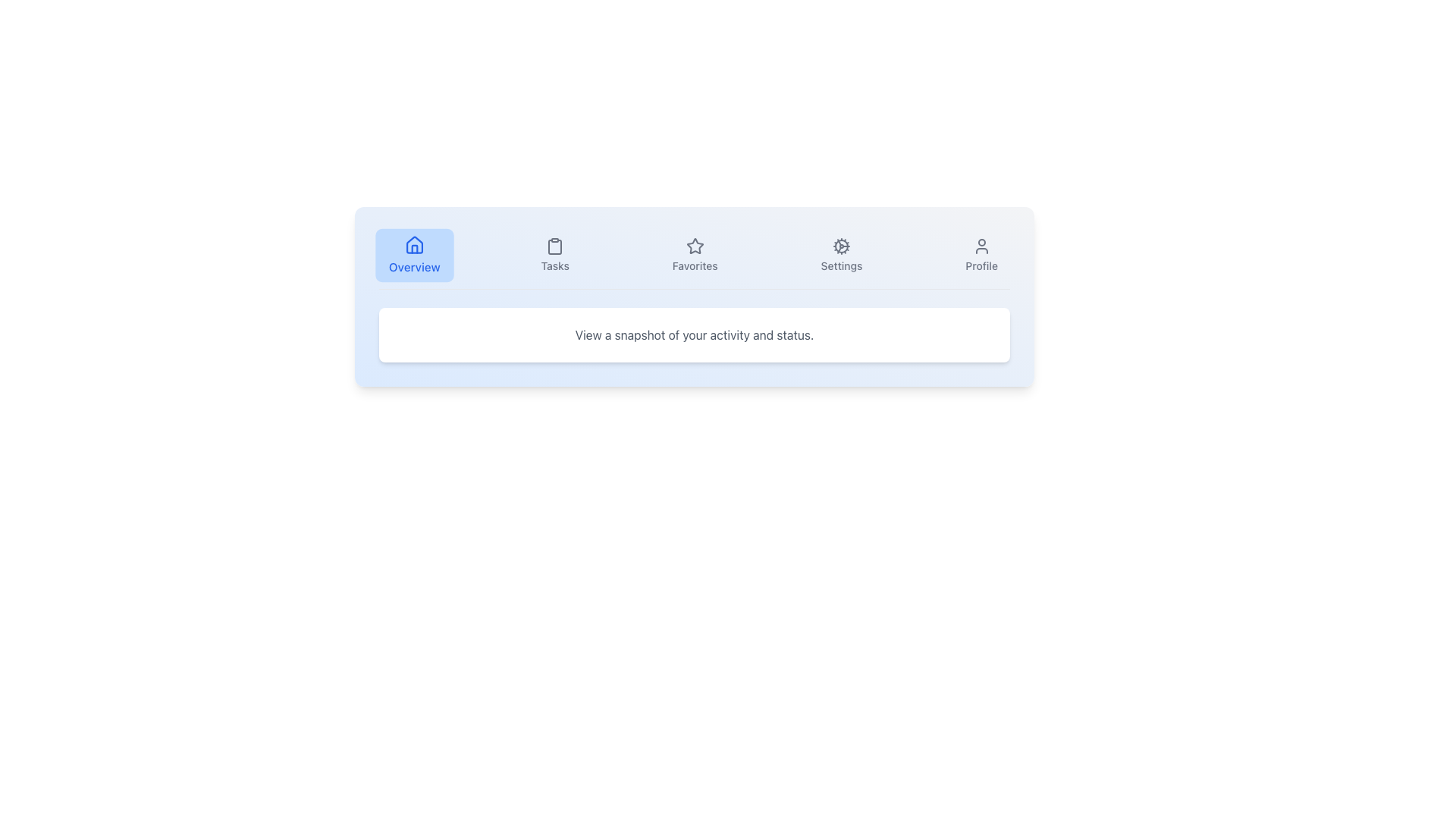  Describe the element at coordinates (841, 265) in the screenshot. I see `the text label located beneath the cogwheel icon in the horizontal navigation menu, which is the fourth item from the left` at that location.